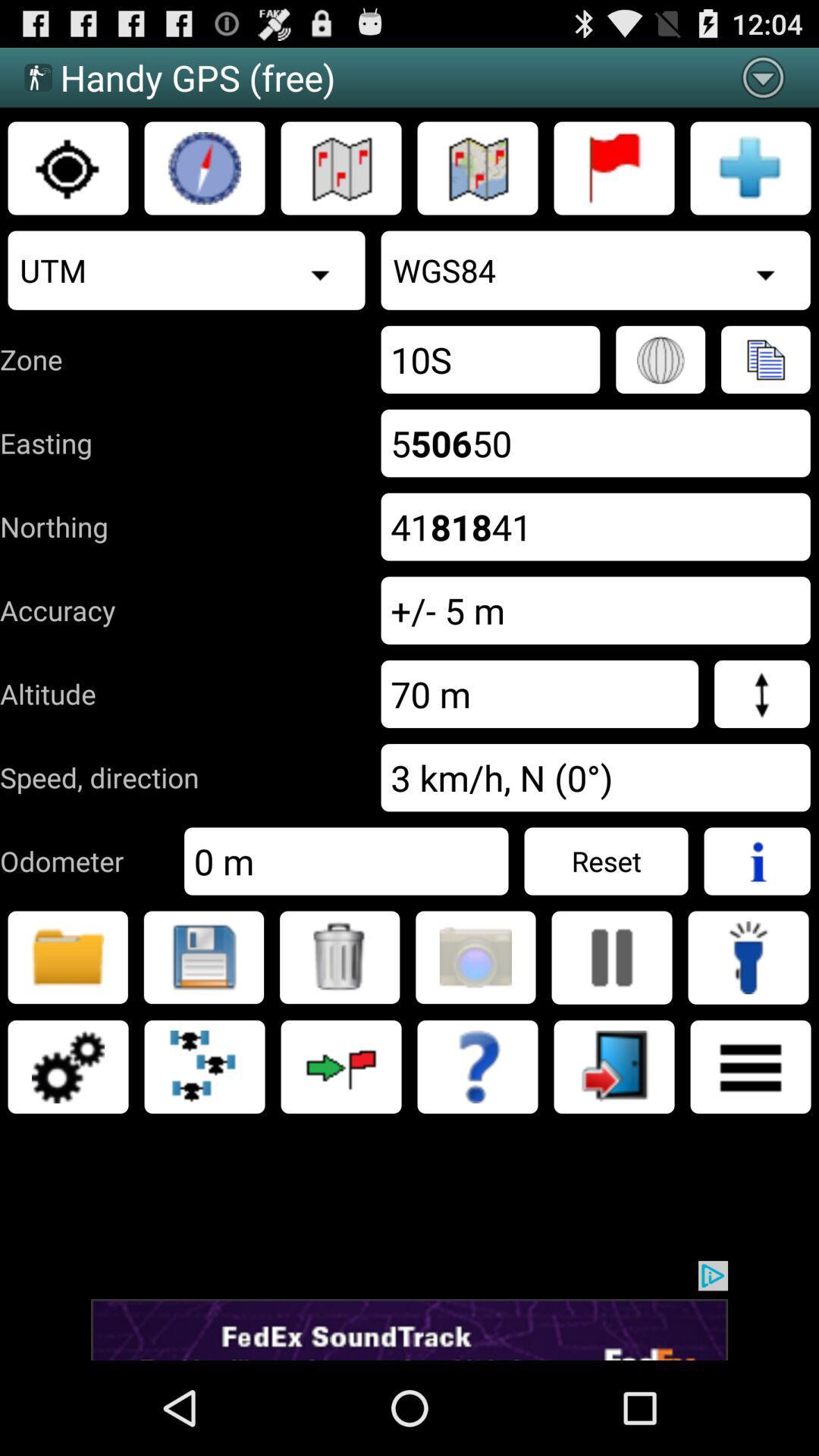 Image resolution: width=819 pixels, height=1456 pixels. What do you see at coordinates (476, 1065) in the screenshot?
I see `help icon symbol` at bounding box center [476, 1065].